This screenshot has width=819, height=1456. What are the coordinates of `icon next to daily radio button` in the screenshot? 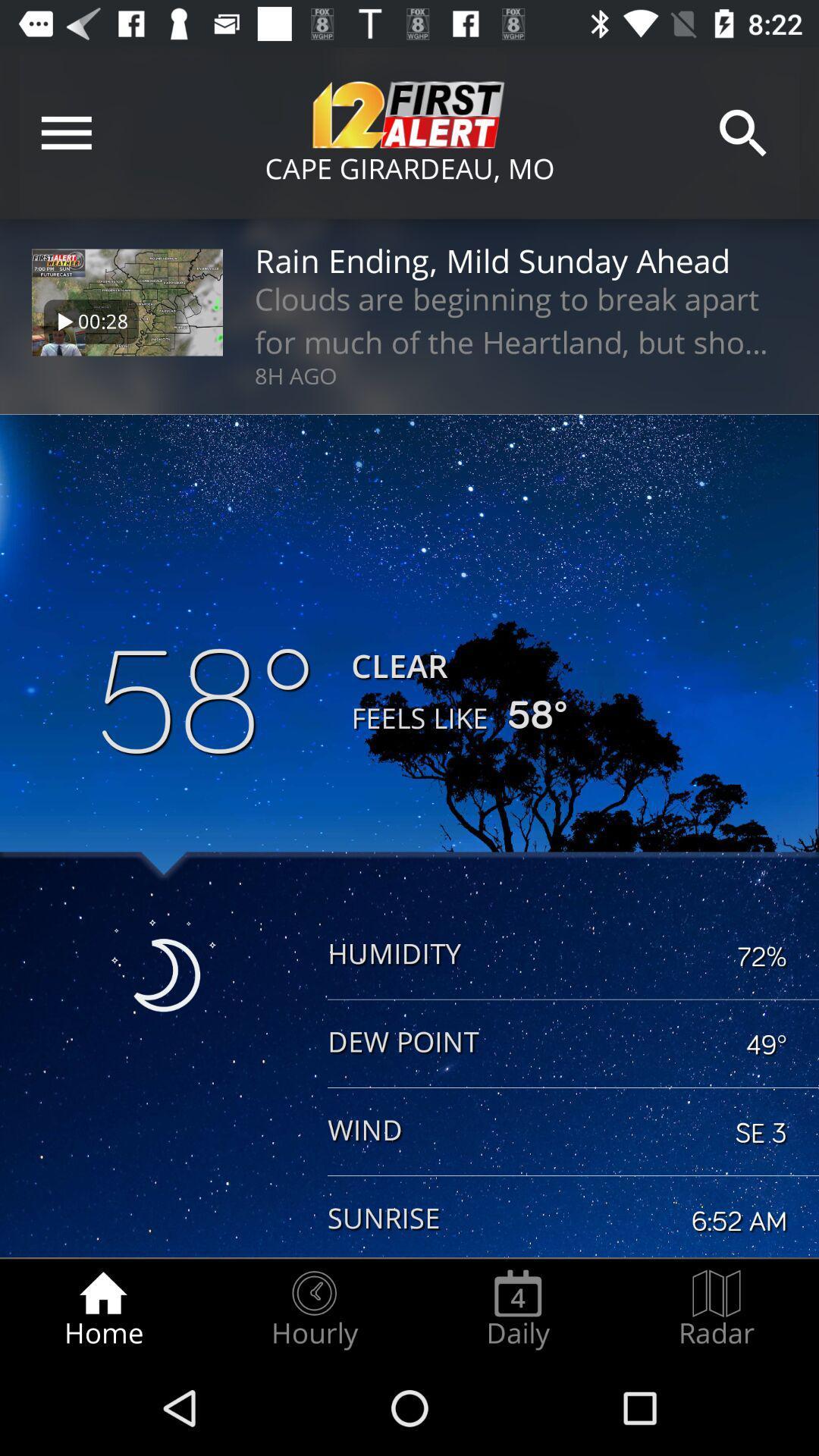 It's located at (717, 1309).